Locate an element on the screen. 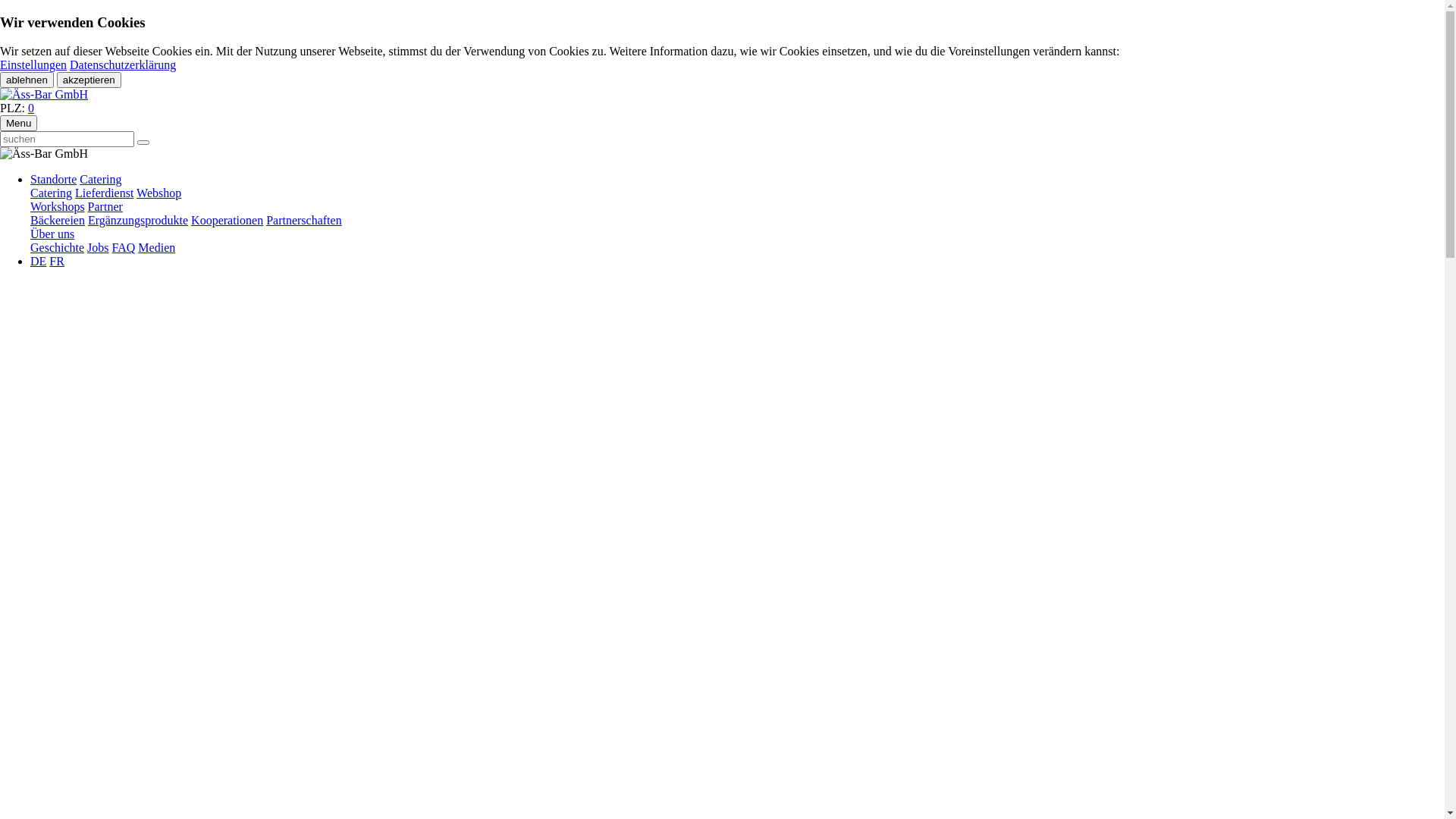 Image resolution: width=1456 pixels, height=819 pixels. 'akzeptieren' is located at coordinates (88, 80).